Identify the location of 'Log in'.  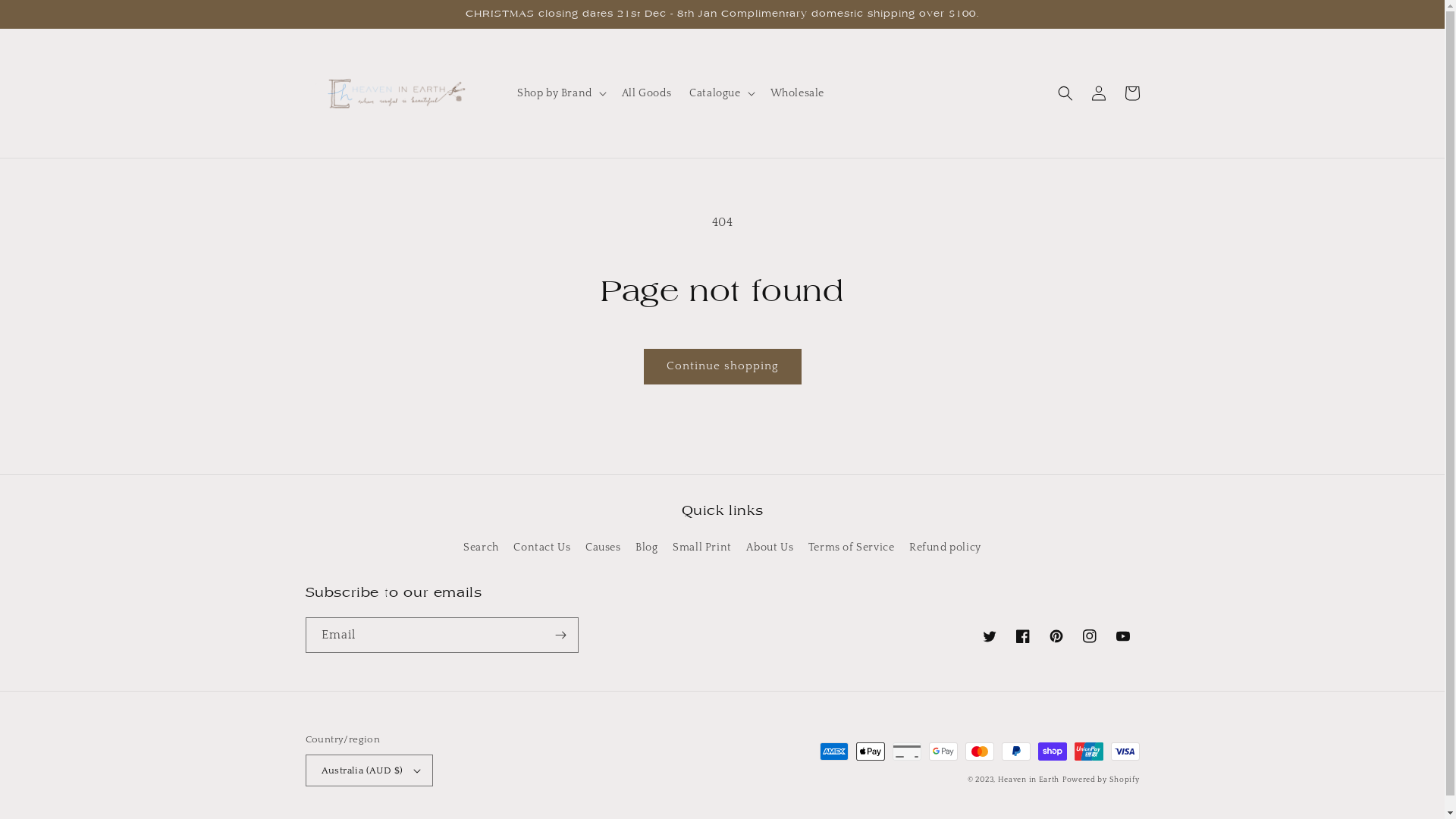
(1098, 93).